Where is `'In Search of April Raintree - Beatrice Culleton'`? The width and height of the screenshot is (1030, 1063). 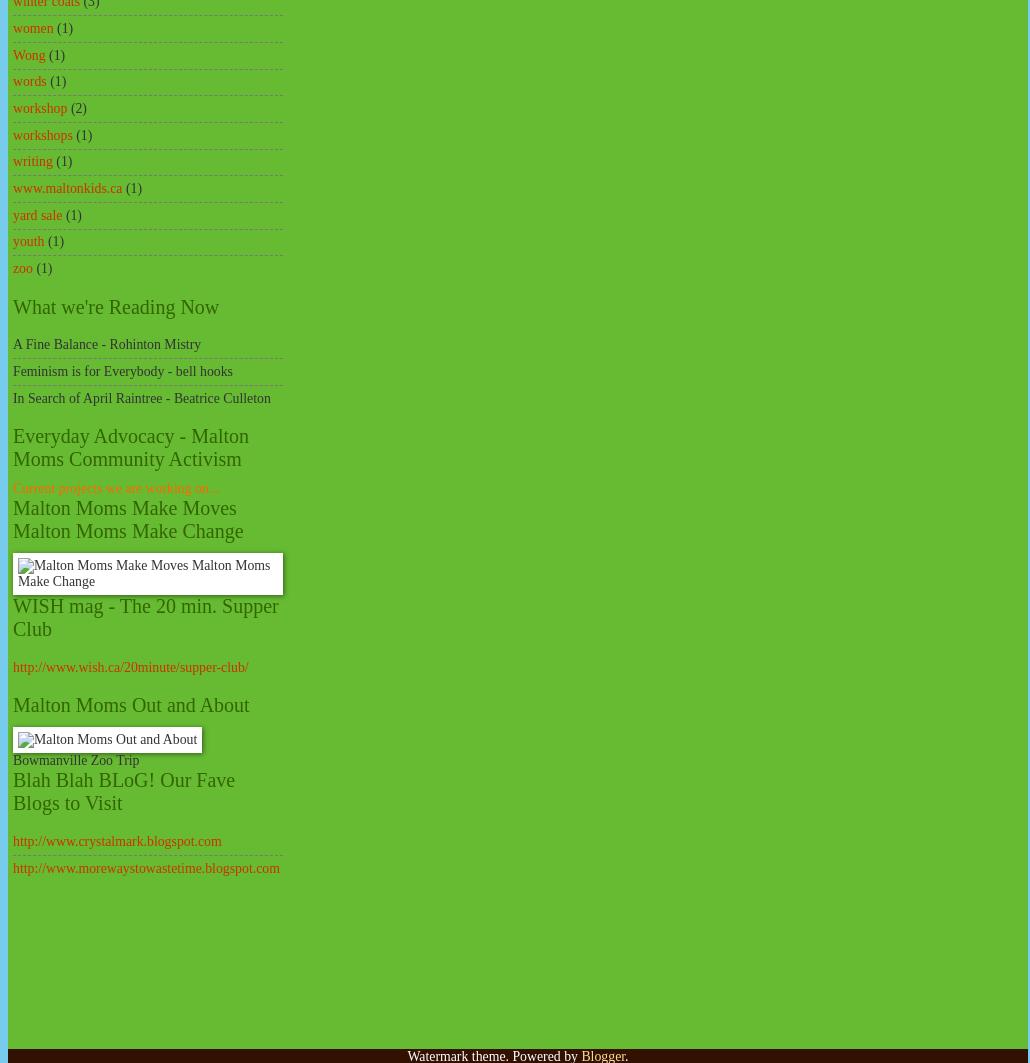 'In Search of April Raintree - Beatrice Culleton' is located at coordinates (140, 397).